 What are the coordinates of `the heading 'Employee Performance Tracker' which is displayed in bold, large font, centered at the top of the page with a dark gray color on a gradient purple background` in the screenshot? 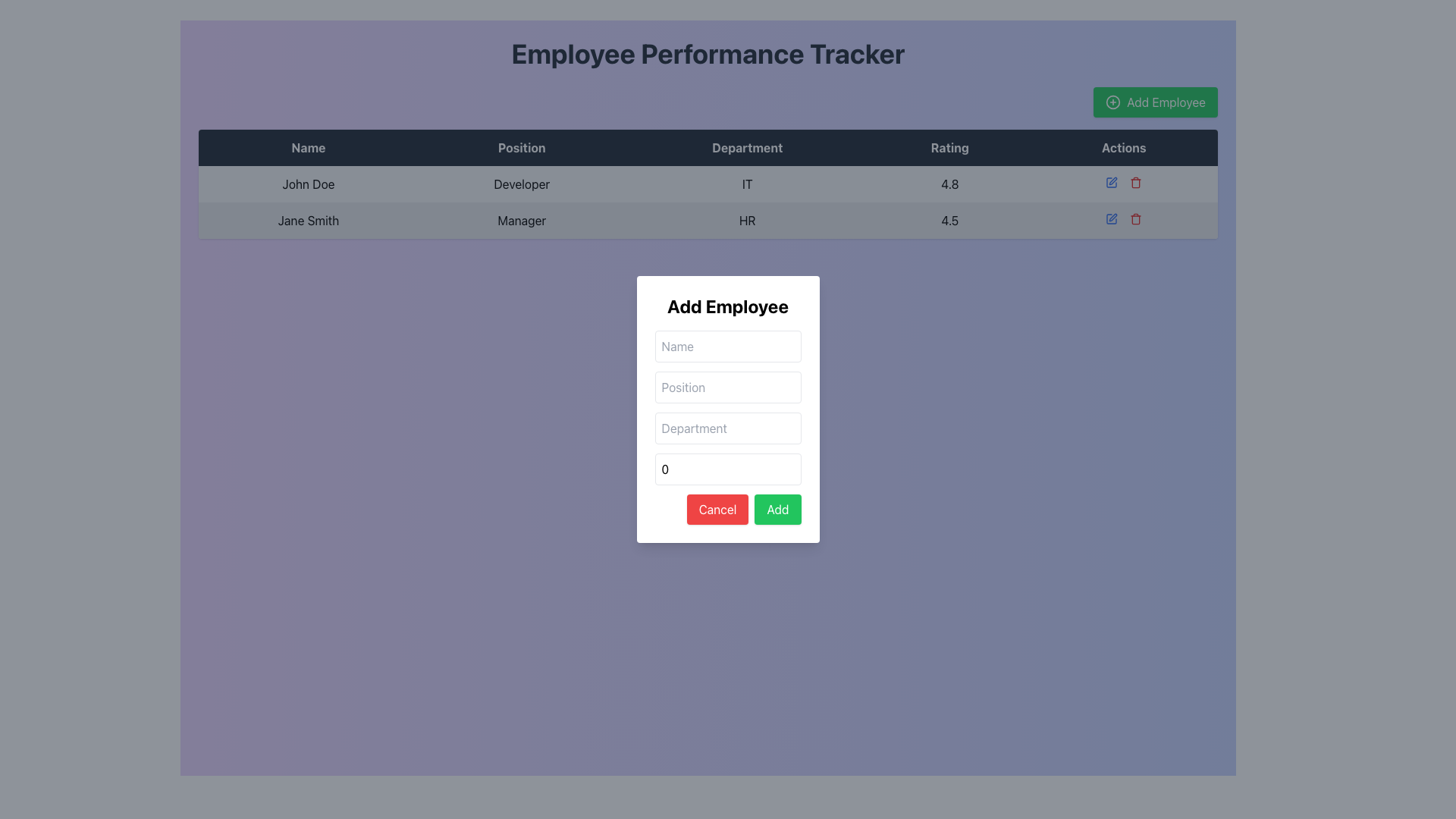 It's located at (708, 52).